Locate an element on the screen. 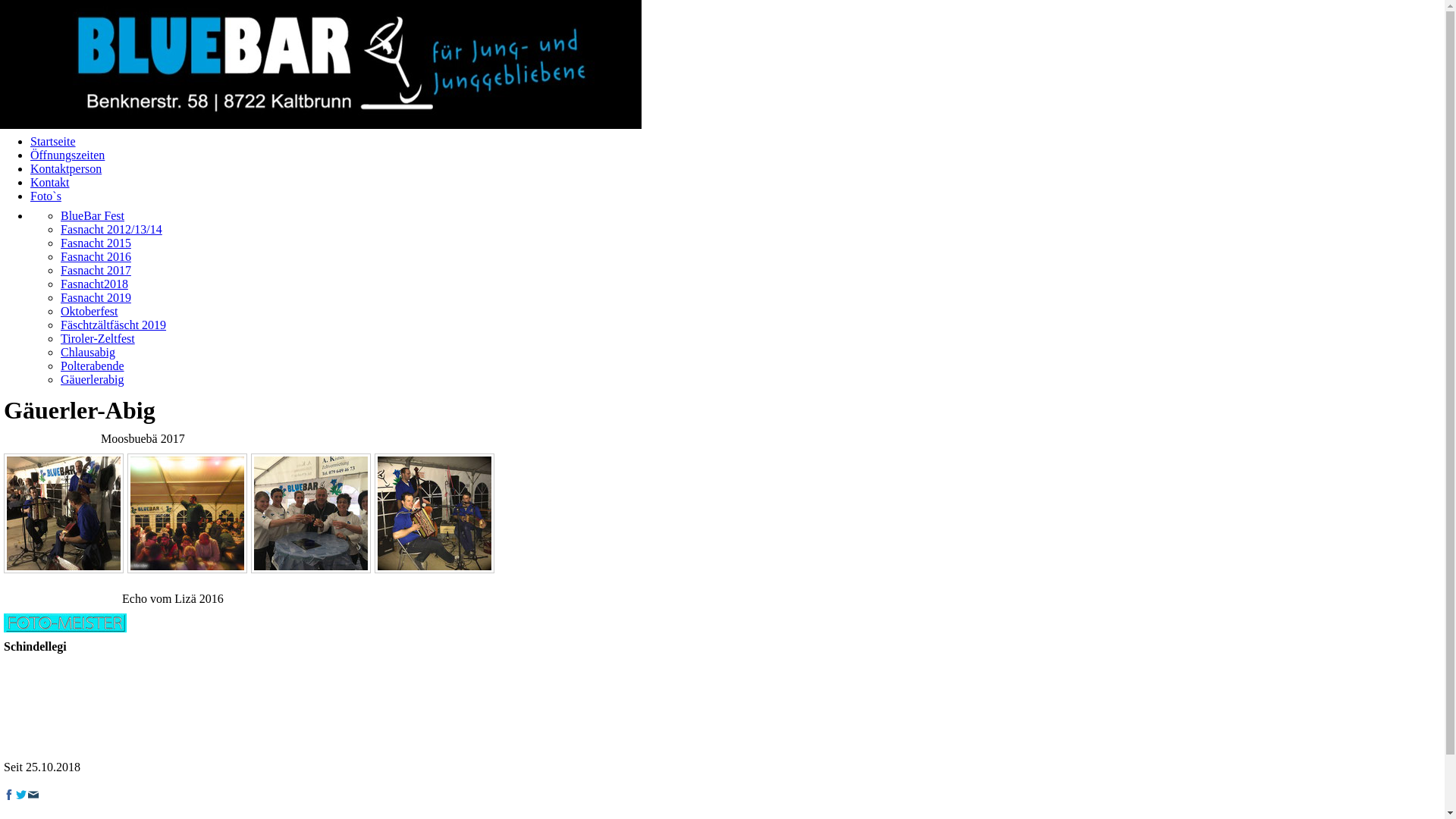  'Foto`s' is located at coordinates (45, 195).